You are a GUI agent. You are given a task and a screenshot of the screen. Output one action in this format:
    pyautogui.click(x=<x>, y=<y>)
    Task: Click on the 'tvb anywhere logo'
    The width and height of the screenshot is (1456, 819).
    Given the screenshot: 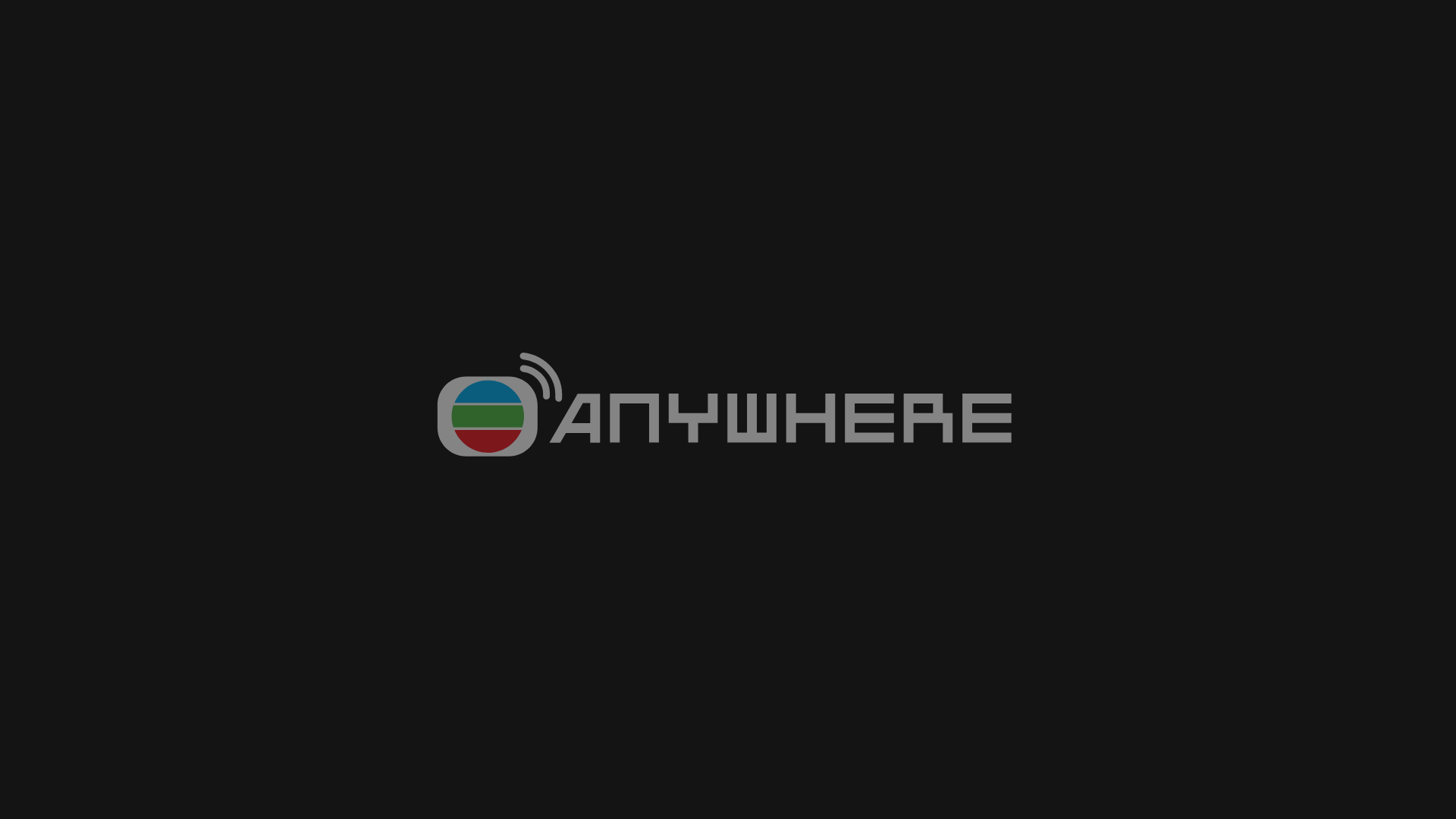 What is the action you would take?
    pyautogui.click(x=728, y=409)
    